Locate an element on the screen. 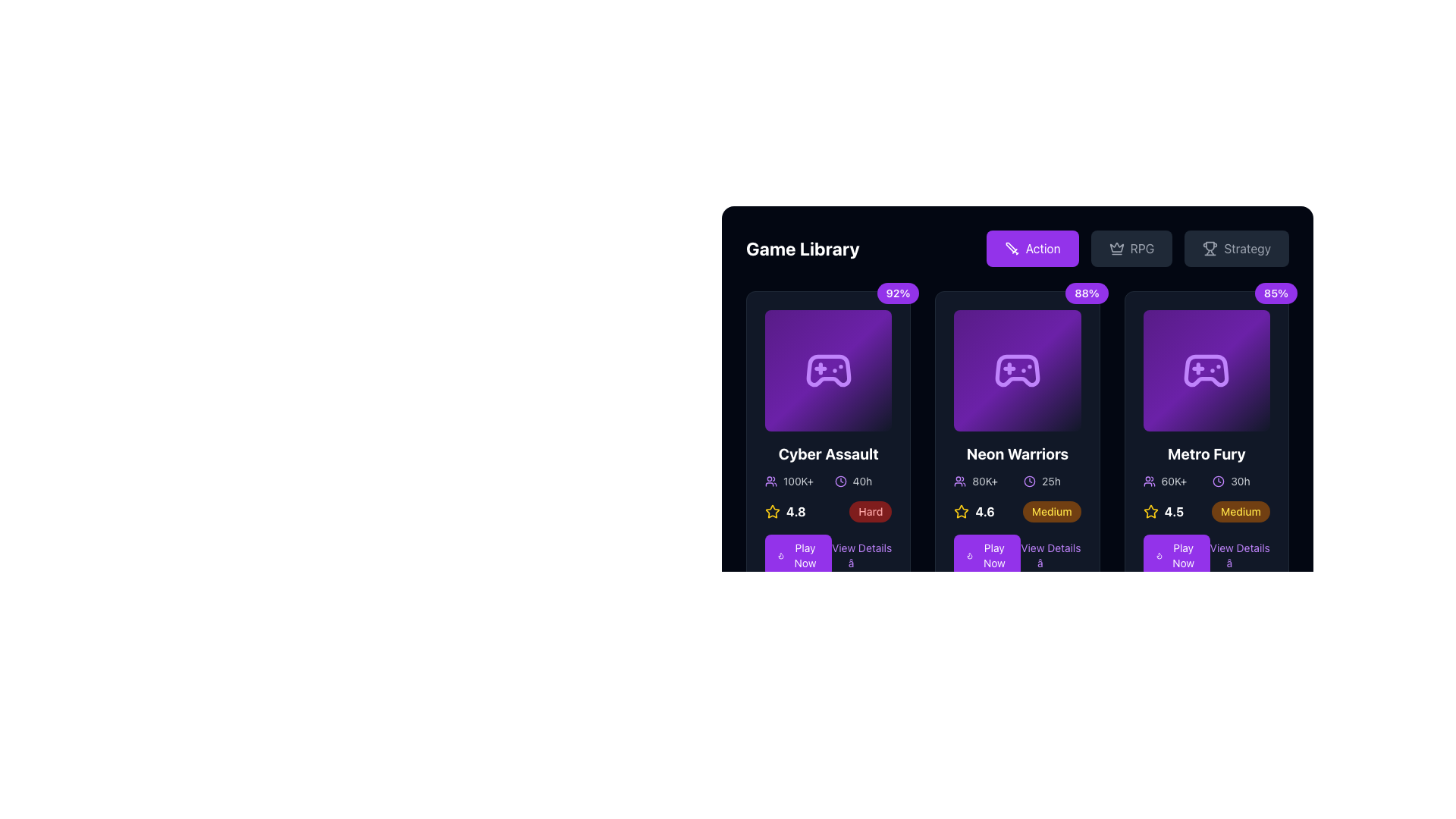 The height and width of the screenshot is (819, 1456). text content of the title label located in the center of the game card layout, positioned below the gamepad graphic and above the player and playtime indicators is located at coordinates (827, 453).